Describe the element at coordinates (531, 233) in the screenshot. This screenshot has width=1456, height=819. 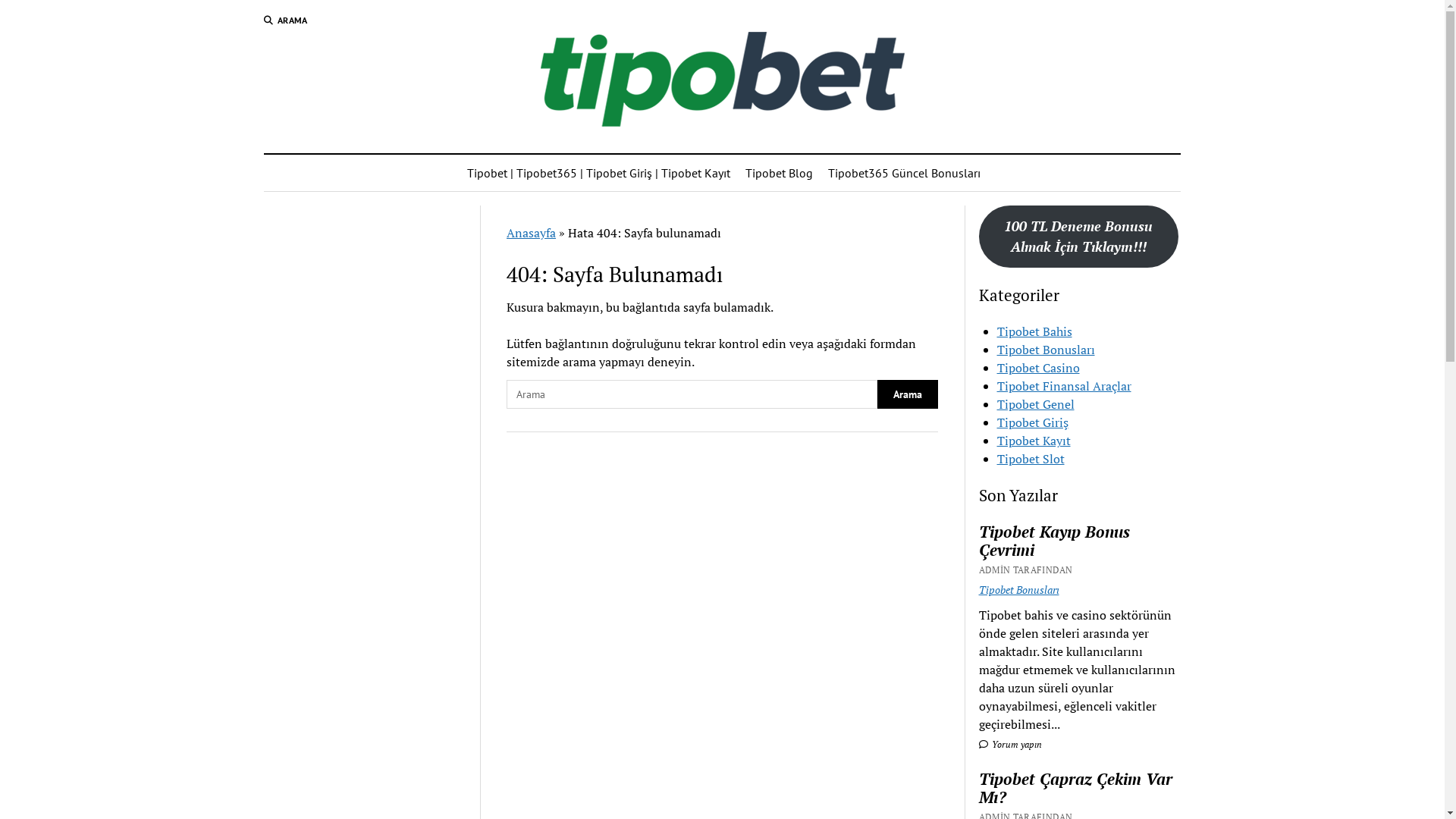
I see `'Anasayfa'` at that location.